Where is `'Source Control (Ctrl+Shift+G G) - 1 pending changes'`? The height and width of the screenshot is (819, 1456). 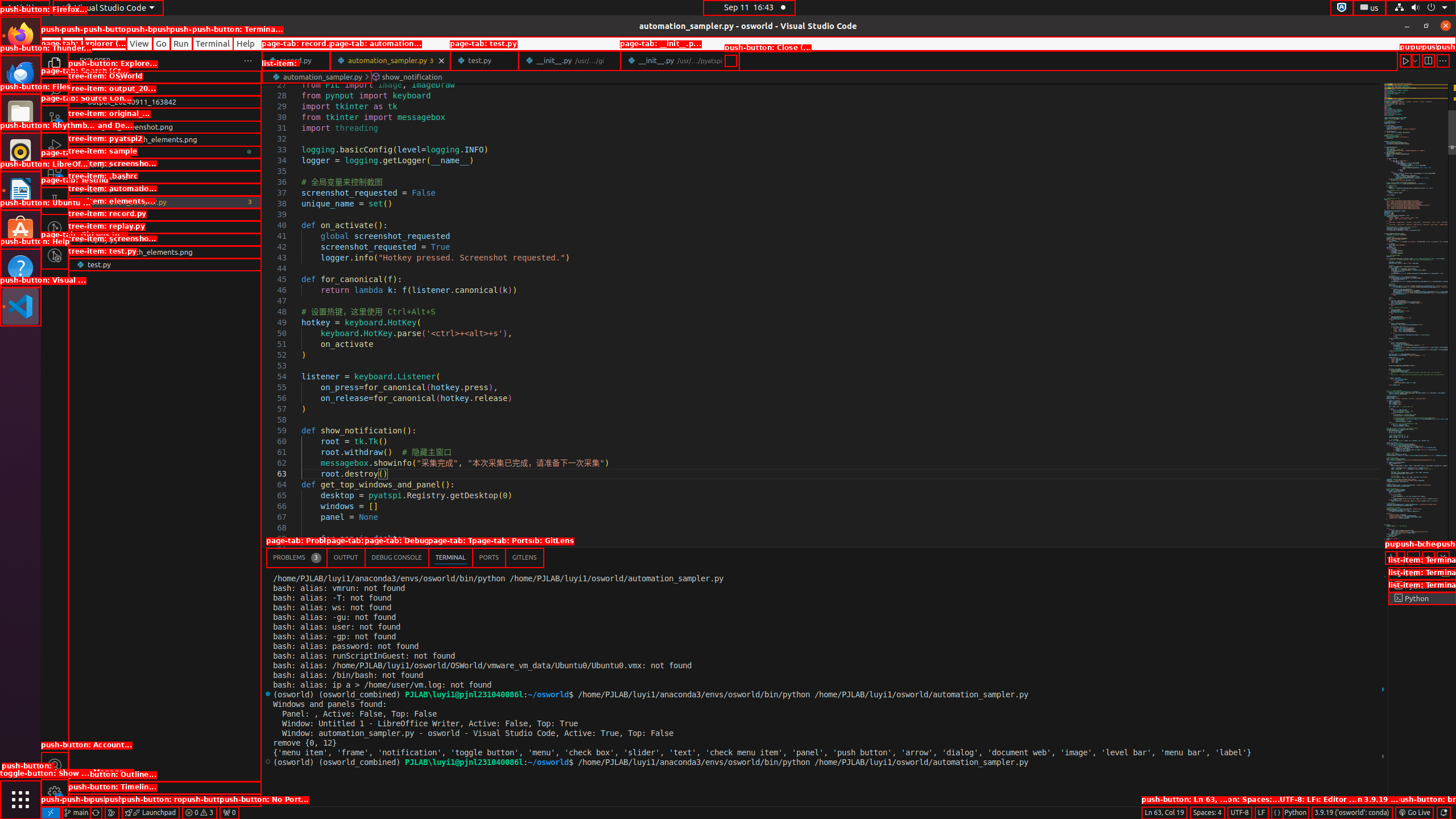 'Source Control (Ctrl+Shift+G G) - 1 pending changes' is located at coordinates (54, 118).